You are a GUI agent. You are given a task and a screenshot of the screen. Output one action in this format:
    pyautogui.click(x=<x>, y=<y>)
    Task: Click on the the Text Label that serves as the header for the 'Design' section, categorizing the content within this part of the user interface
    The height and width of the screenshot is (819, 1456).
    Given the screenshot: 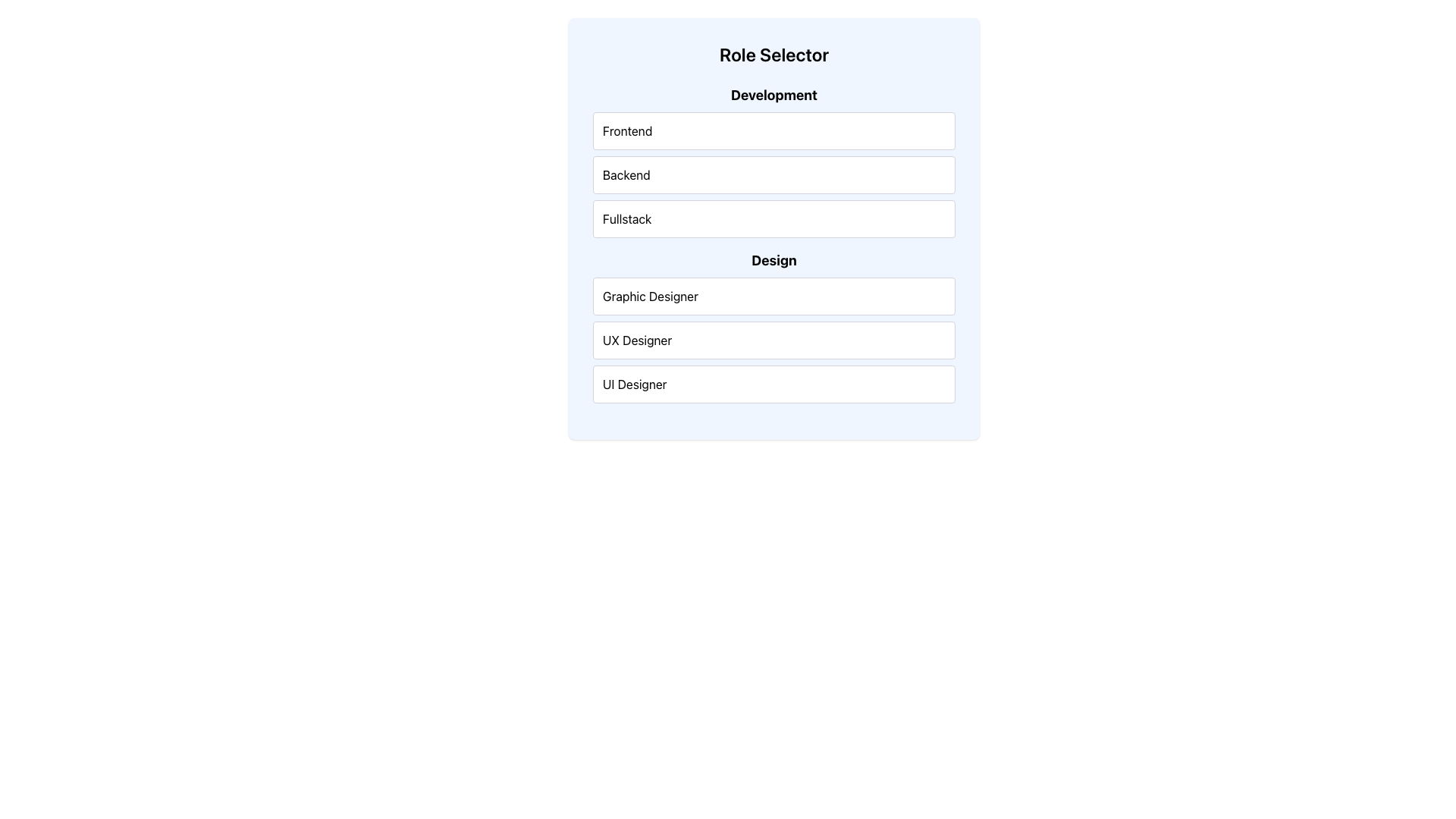 What is the action you would take?
    pyautogui.click(x=774, y=259)
    